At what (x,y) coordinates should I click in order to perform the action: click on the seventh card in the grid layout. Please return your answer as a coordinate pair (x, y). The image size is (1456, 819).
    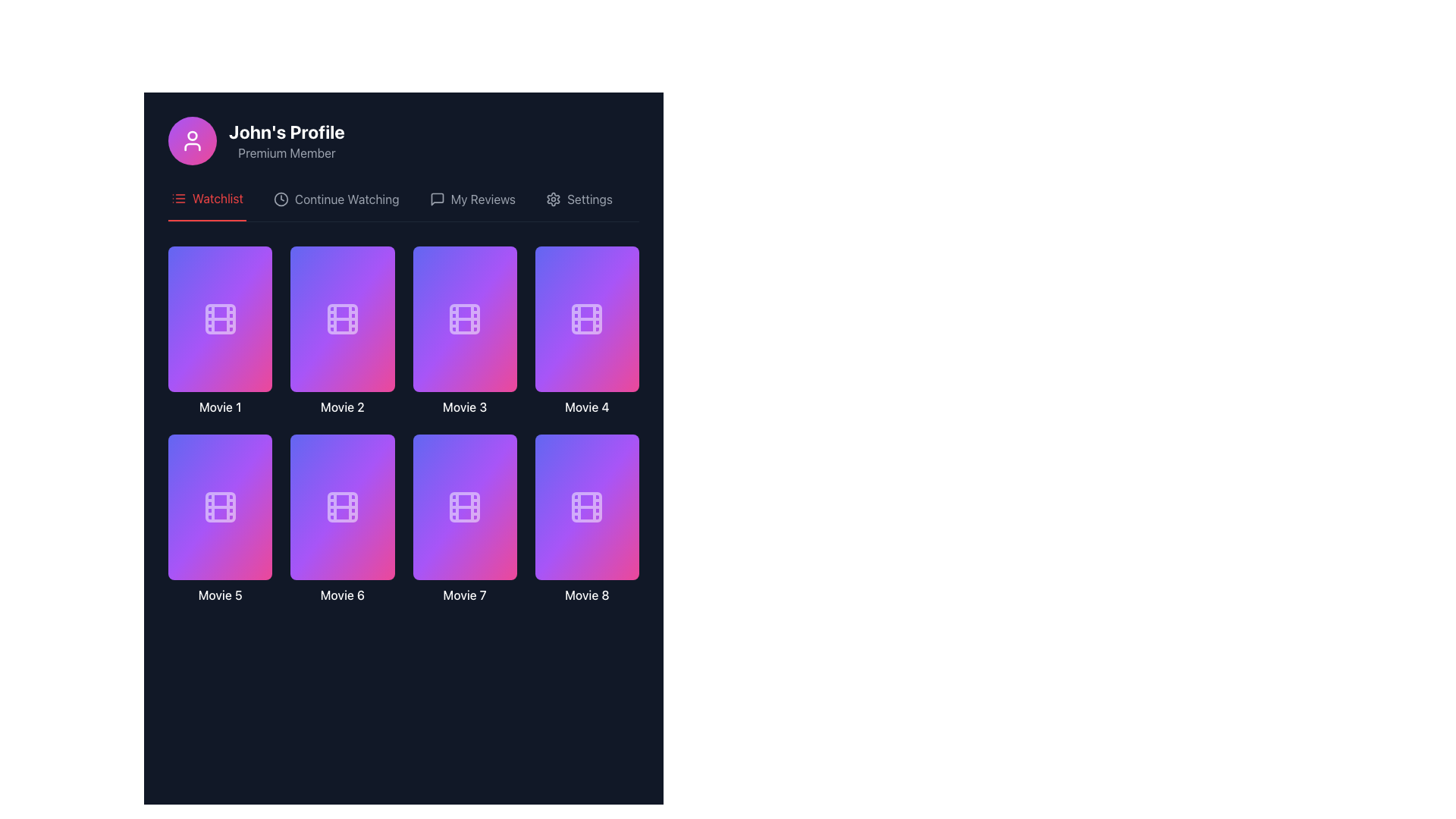
    Looking at the image, I should click on (464, 519).